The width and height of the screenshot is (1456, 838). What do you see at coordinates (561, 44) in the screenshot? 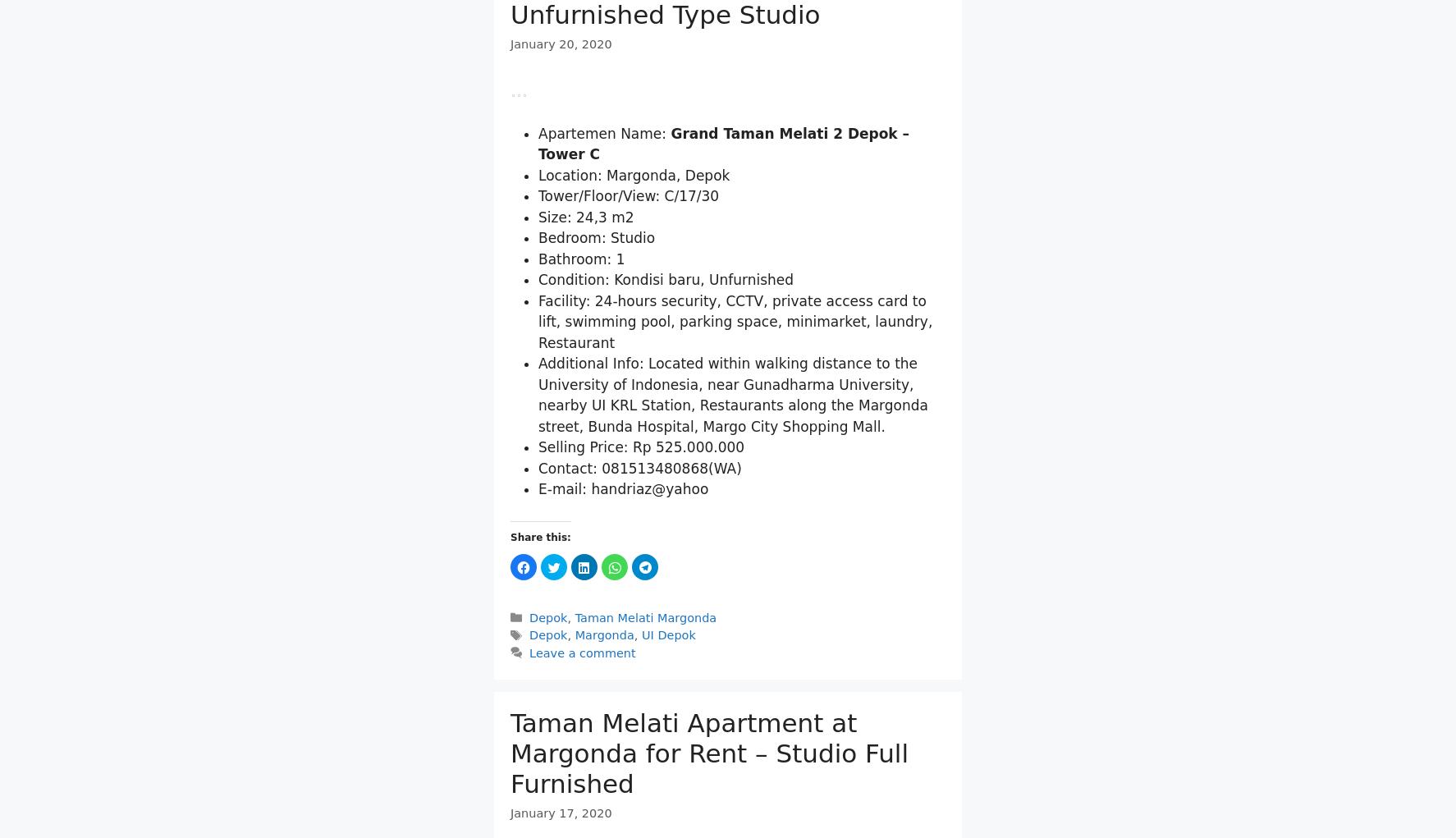
I see `'January 20, 2020'` at bounding box center [561, 44].